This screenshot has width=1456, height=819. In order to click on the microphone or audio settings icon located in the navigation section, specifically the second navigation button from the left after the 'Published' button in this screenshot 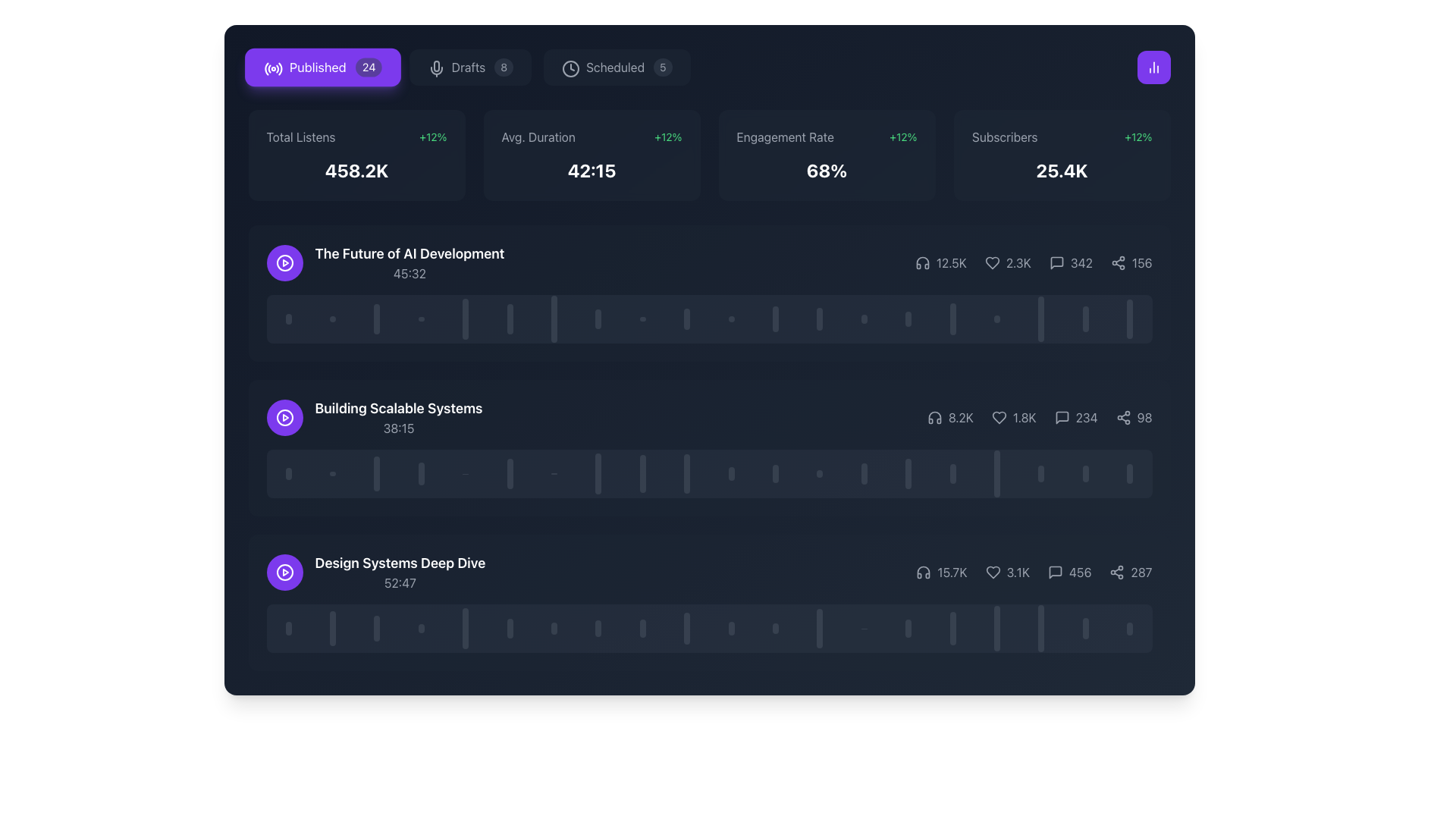, I will do `click(435, 69)`.